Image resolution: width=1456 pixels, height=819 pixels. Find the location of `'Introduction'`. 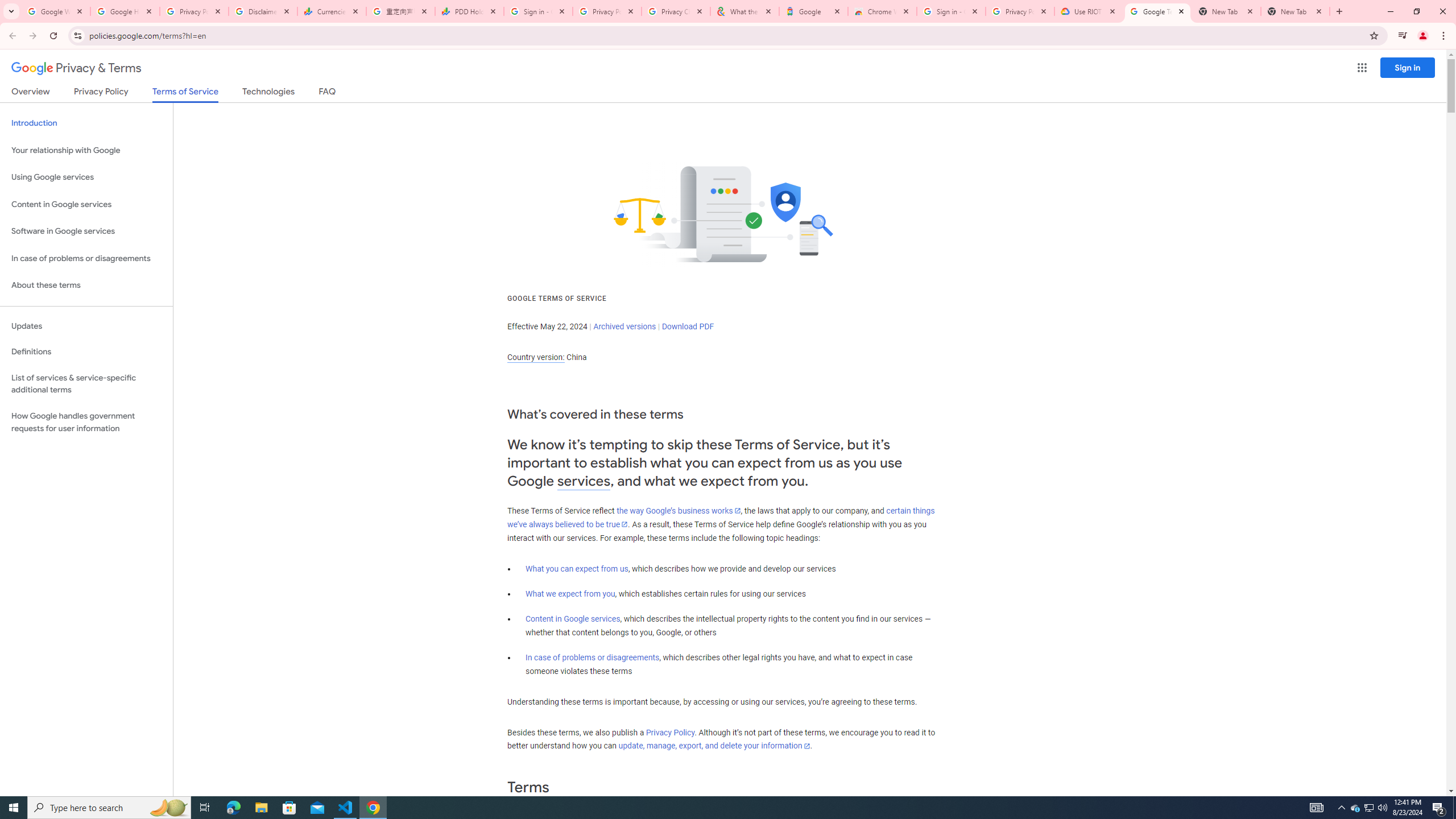

'Introduction' is located at coordinates (86, 122).